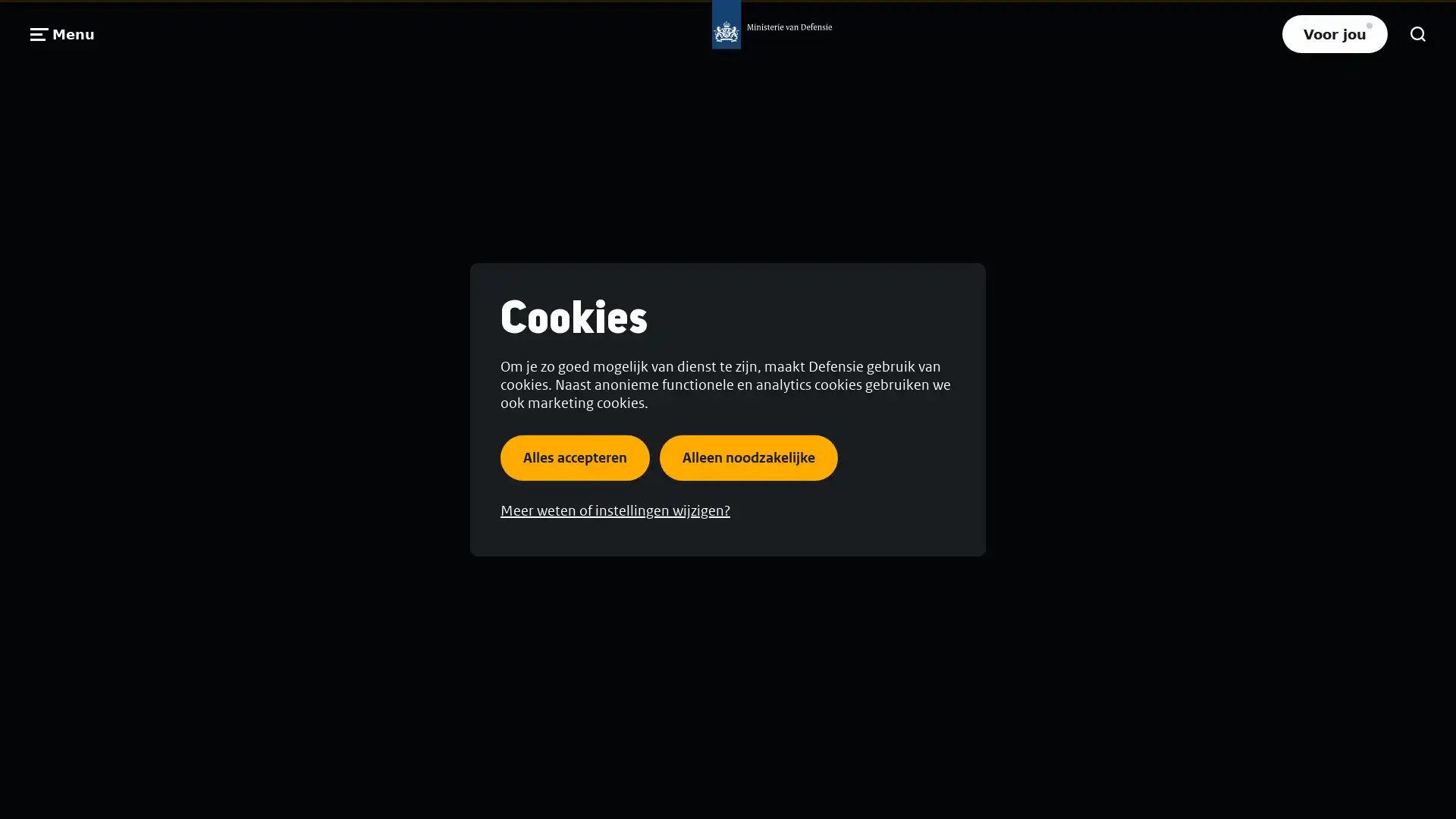 The width and height of the screenshot is (1456, 819). I want to click on Alleen noodzakelijke, so click(748, 456).